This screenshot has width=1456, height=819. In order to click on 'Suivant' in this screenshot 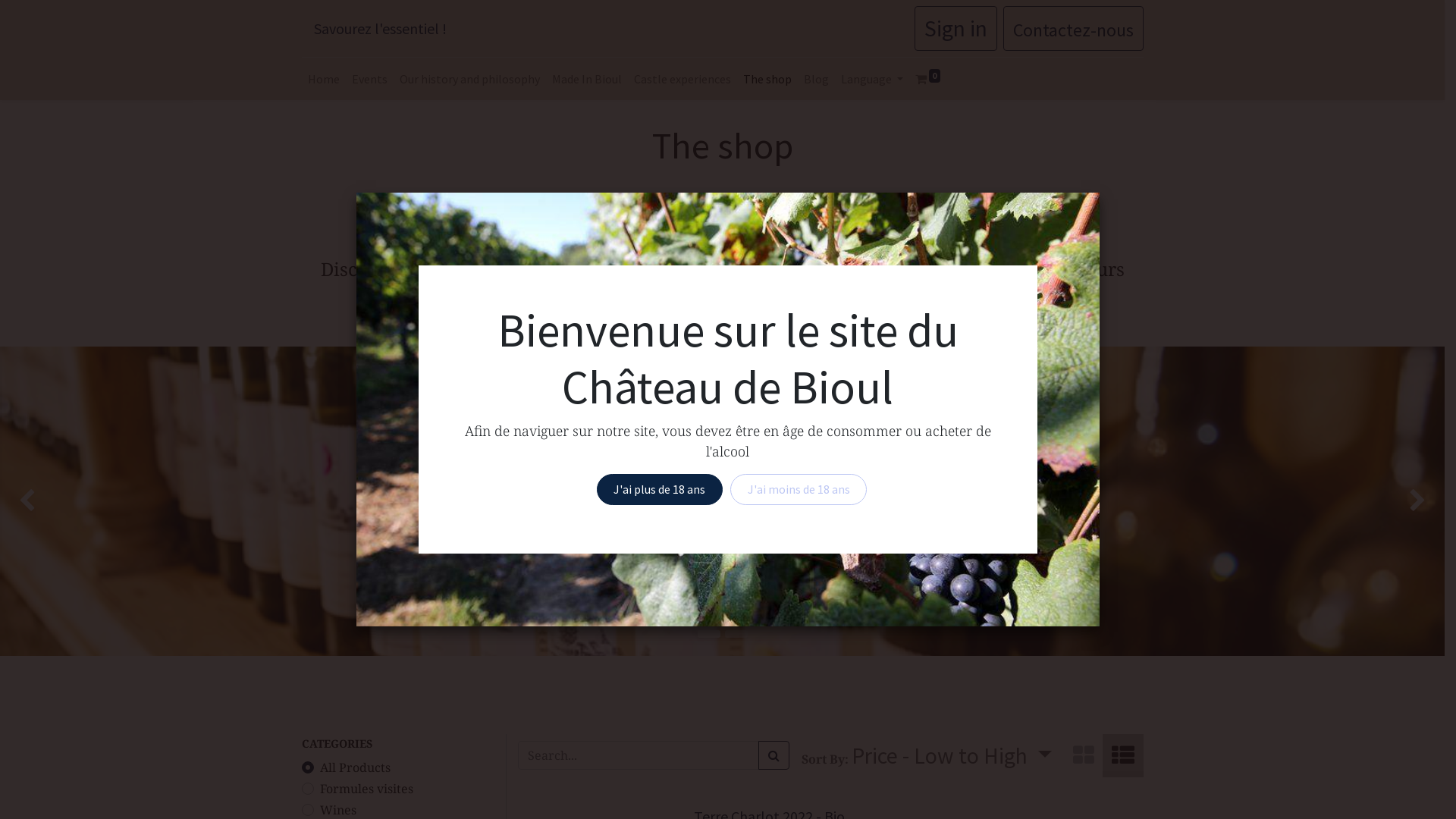, I will do `click(1386, 500)`.